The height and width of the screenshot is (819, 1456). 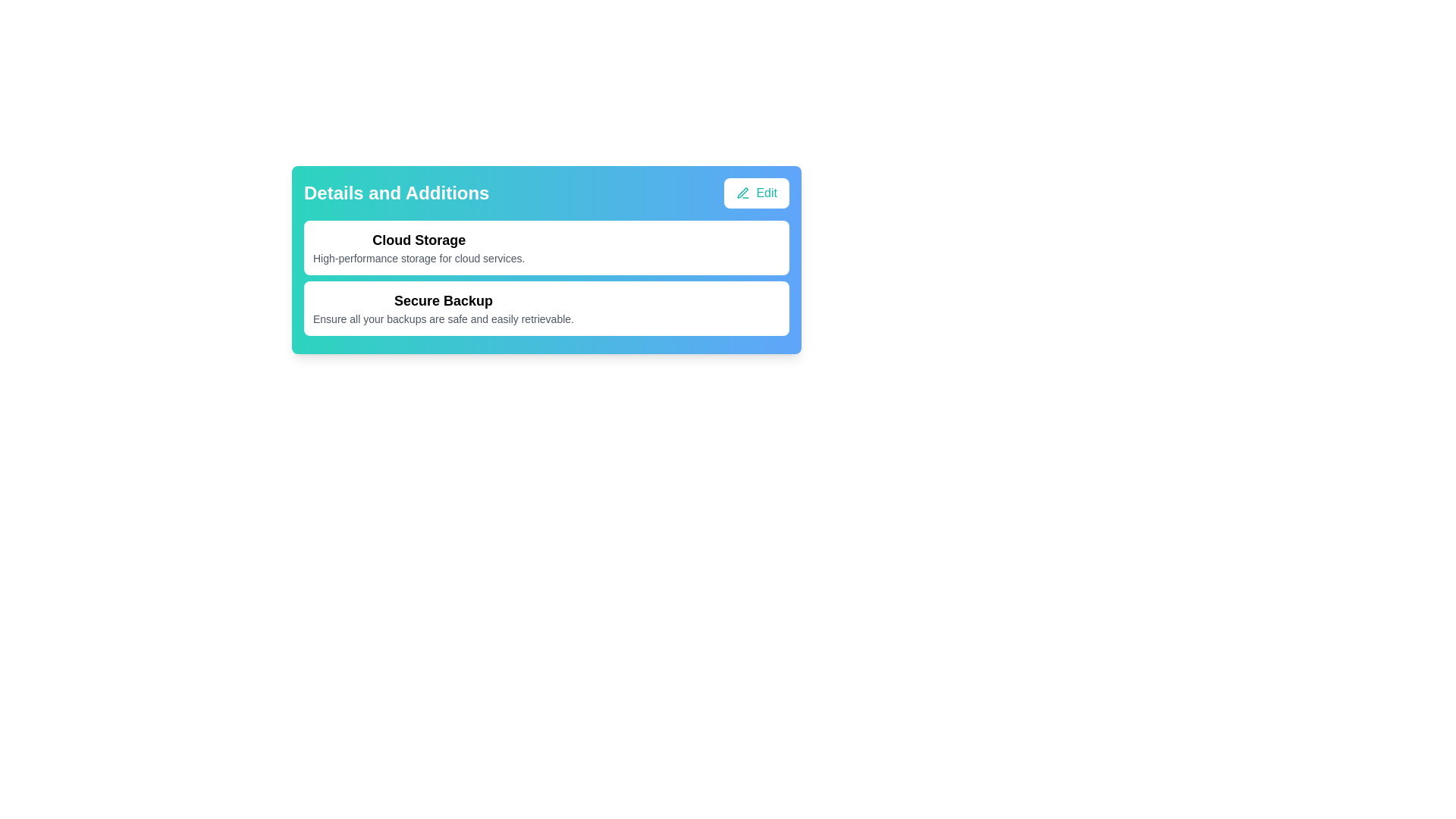 What do you see at coordinates (419, 239) in the screenshot?
I see `the 'Cloud Storage' title label` at bounding box center [419, 239].